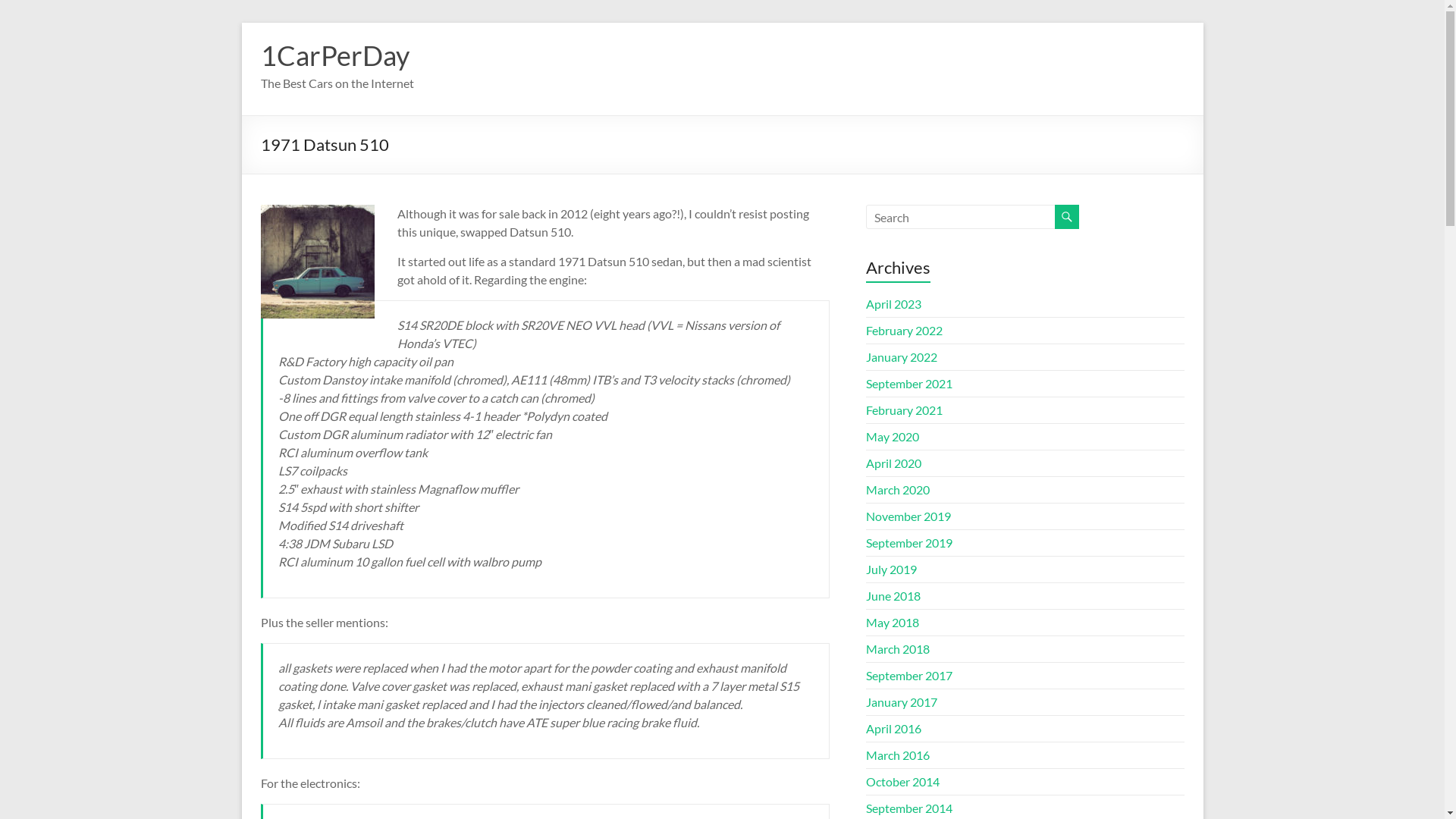  What do you see at coordinates (909, 382) in the screenshot?
I see `'September 2021'` at bounding box center [909, 382].